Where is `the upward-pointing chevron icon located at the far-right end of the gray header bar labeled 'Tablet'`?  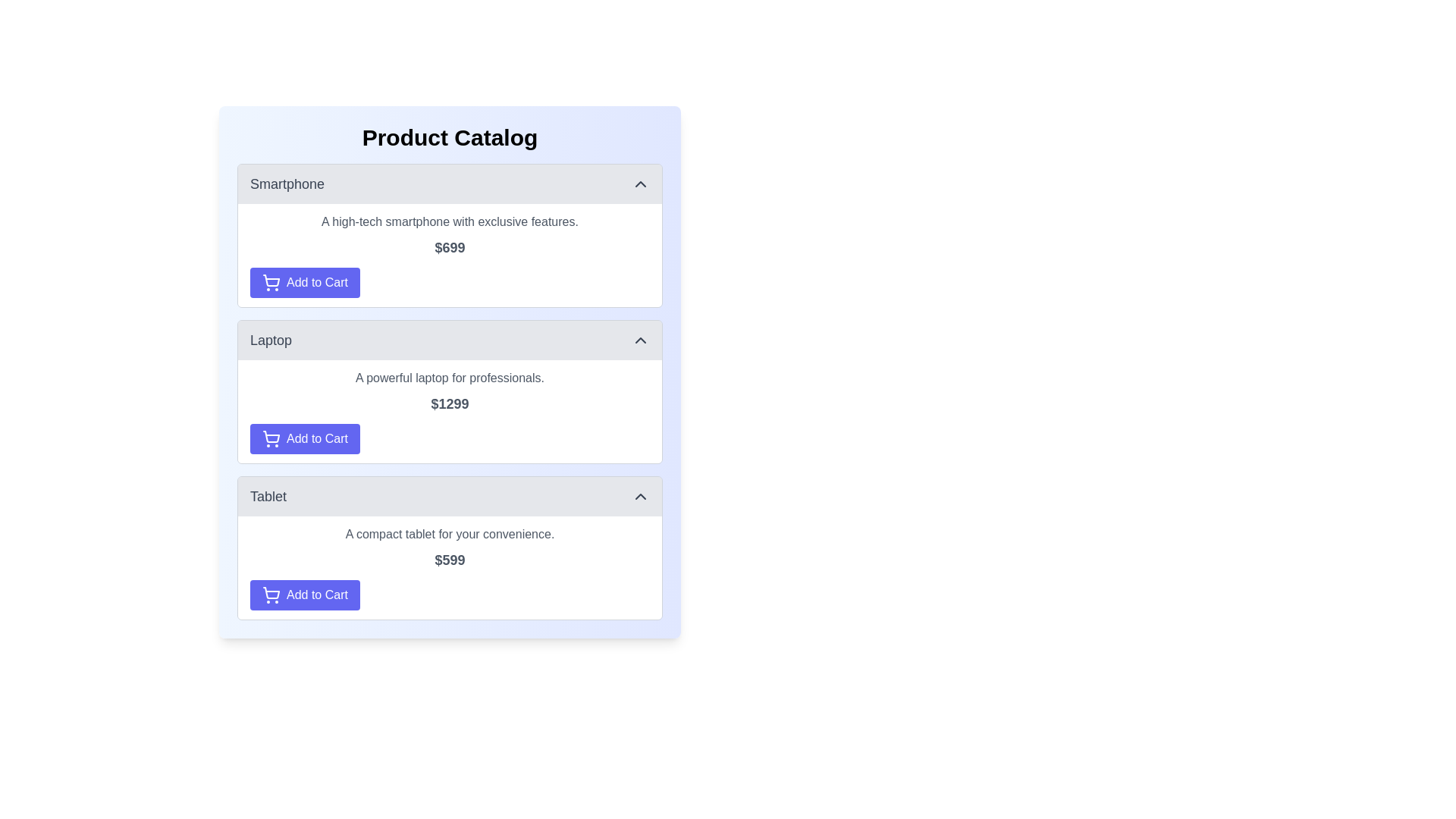 the upward-pointing chevron icon located at the far-right end of the gray header bar labeled 'Tablet' is located at coordinates (640, 497).